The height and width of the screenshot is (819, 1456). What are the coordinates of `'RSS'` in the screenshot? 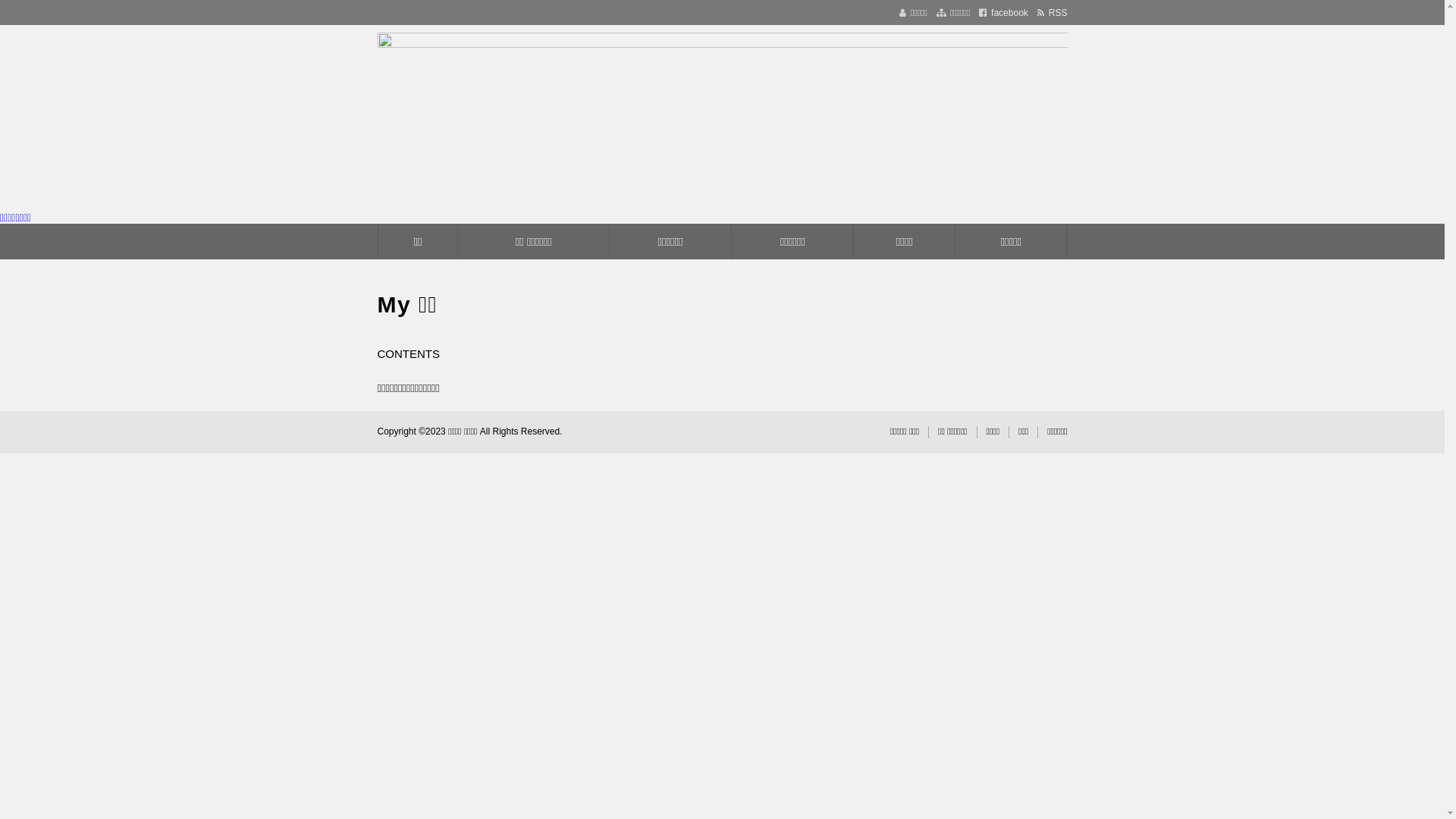 It's located at (1051, 12).